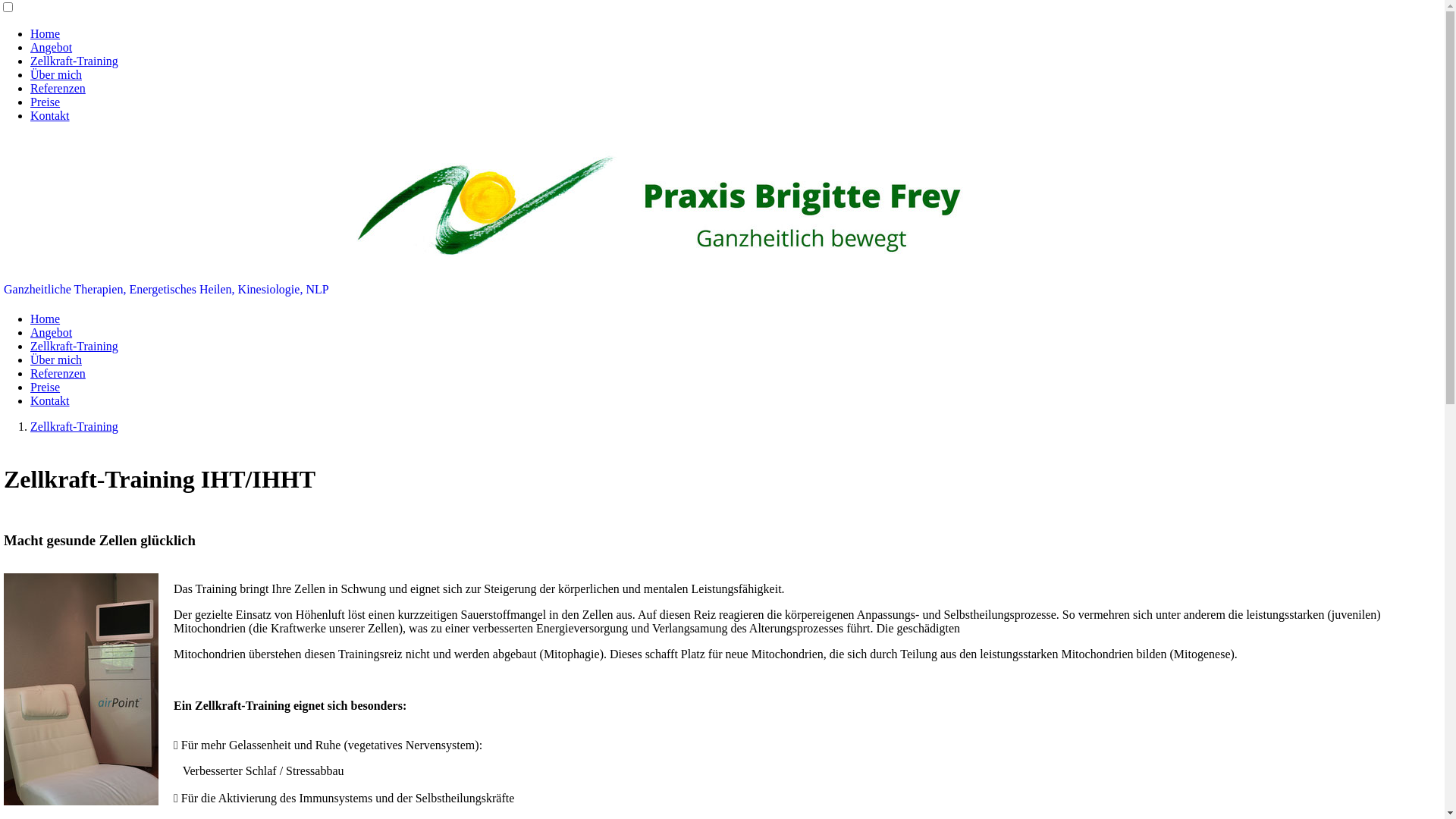 Image resolution: width=1456 pixels, height=819 pixels. I want to click on 'Angebot', so click(51, 46).